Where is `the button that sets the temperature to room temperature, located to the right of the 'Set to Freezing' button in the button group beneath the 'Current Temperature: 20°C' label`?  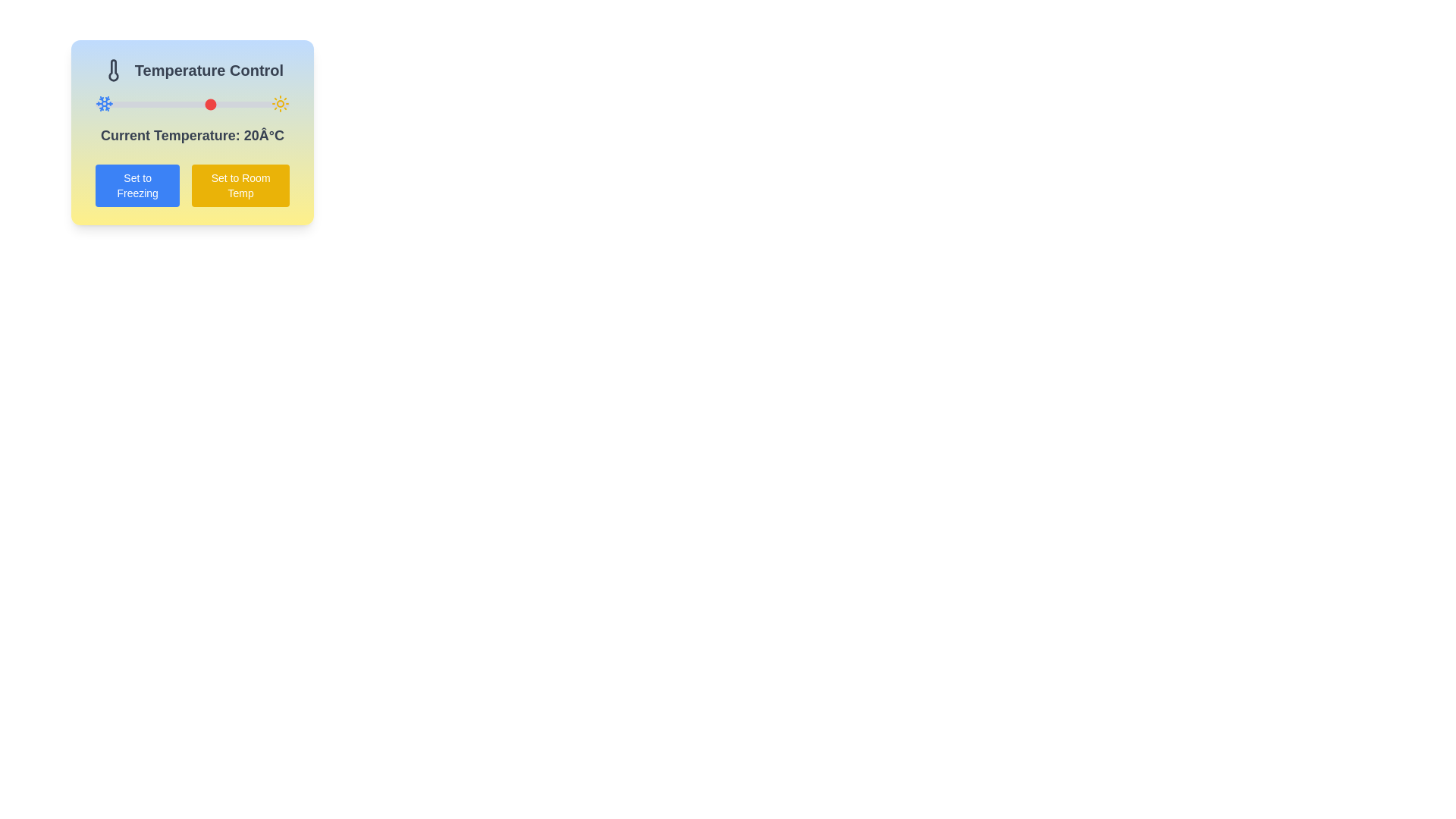 the button that sets the temperature to room temperature, located to the right of the 'Set to Freezing' button in the button group beneath the 'Current Temperature: 20°C' label is located at coordinates (240, 185).